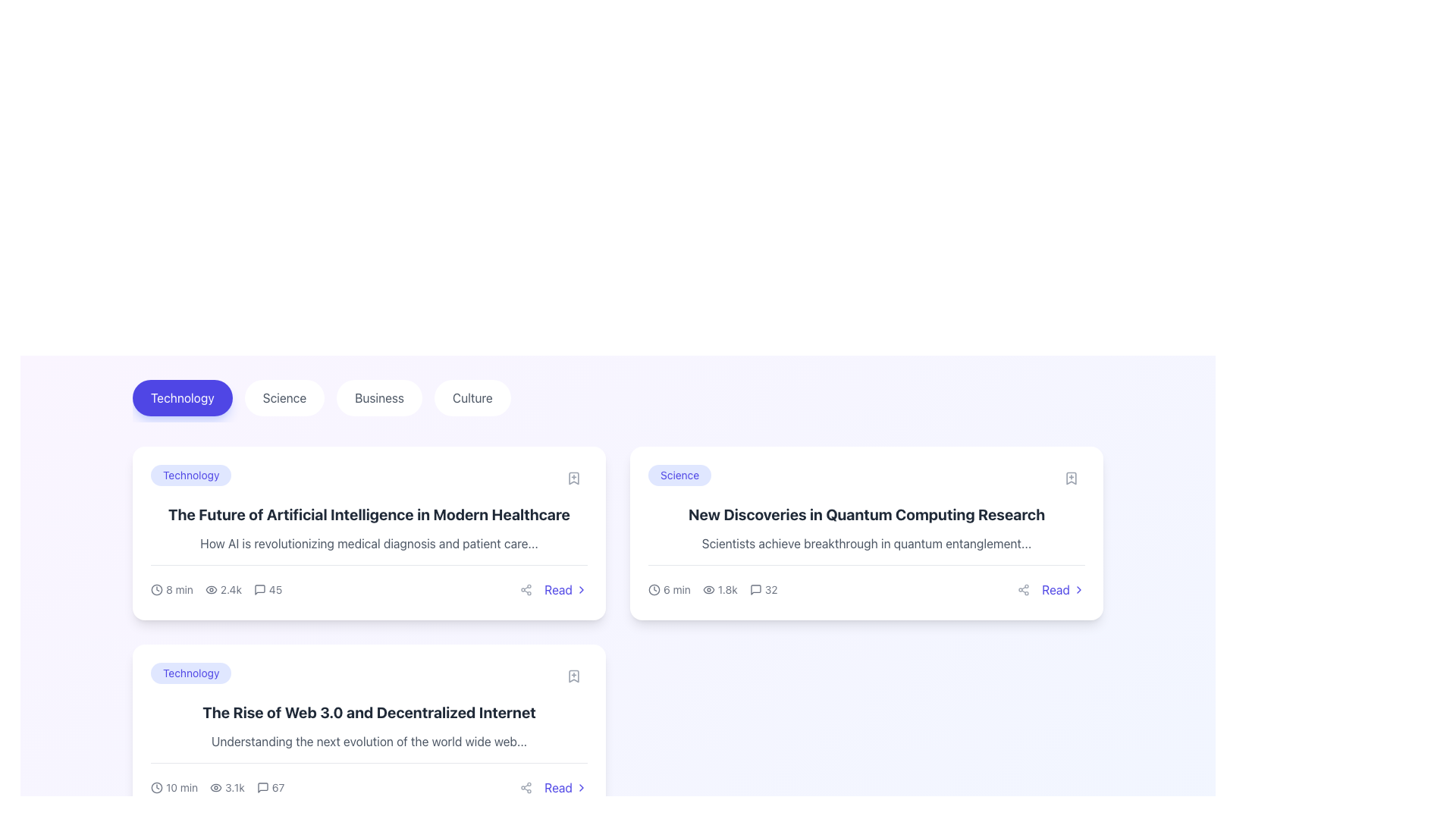 The height and width of the screenshot is (819, 1456). Describe the element at coordinates (369, 513) in the screenshot. I see `headline text 'The Future of Artificial Intelligence in Modern Healthcare', which is styled as a bold hyperlink and located in the upper section of the first card under the 'Technology' category` at that location.